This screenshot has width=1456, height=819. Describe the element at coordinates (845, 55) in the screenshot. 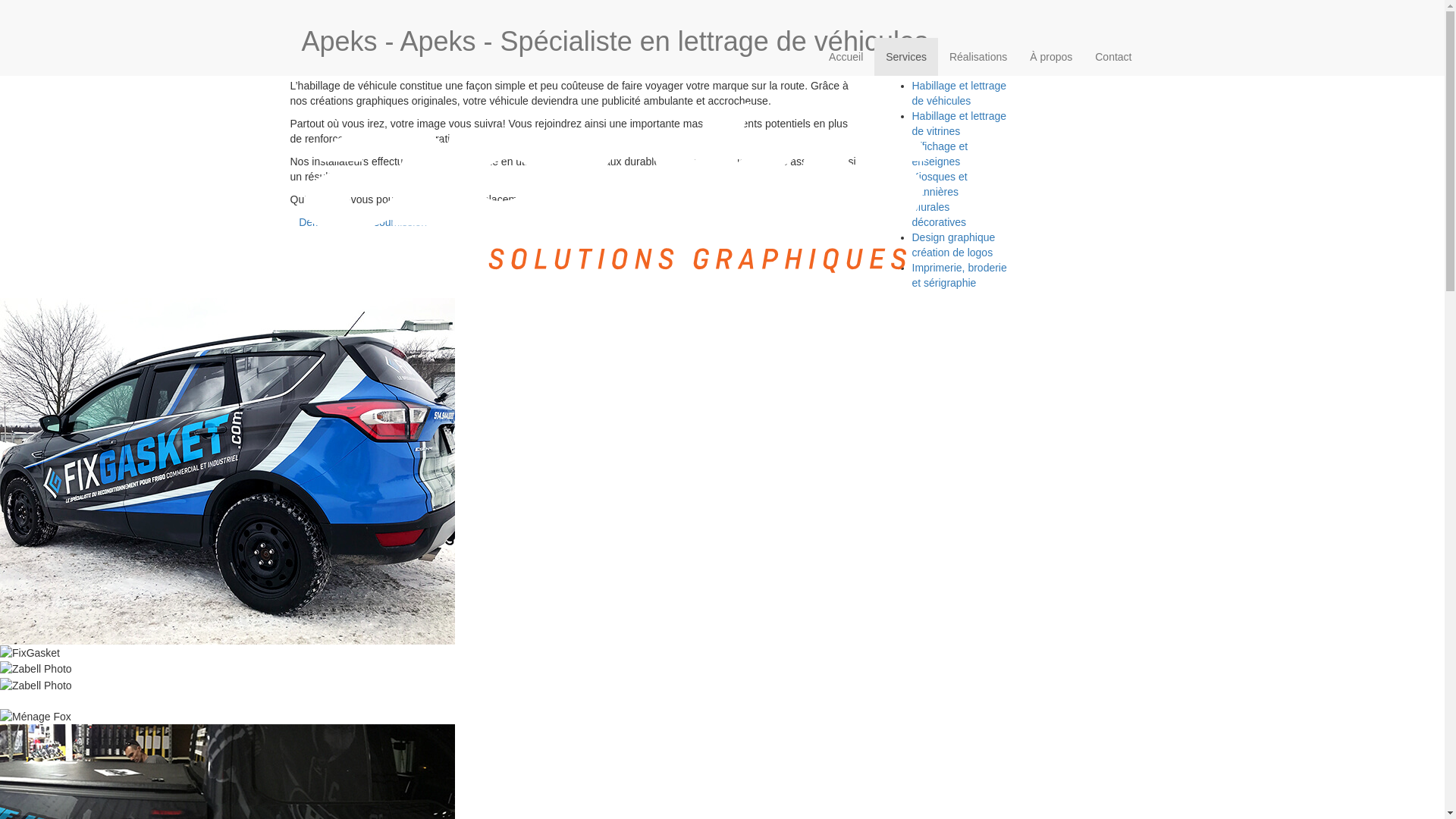

I see `'Accueil'` at that location.